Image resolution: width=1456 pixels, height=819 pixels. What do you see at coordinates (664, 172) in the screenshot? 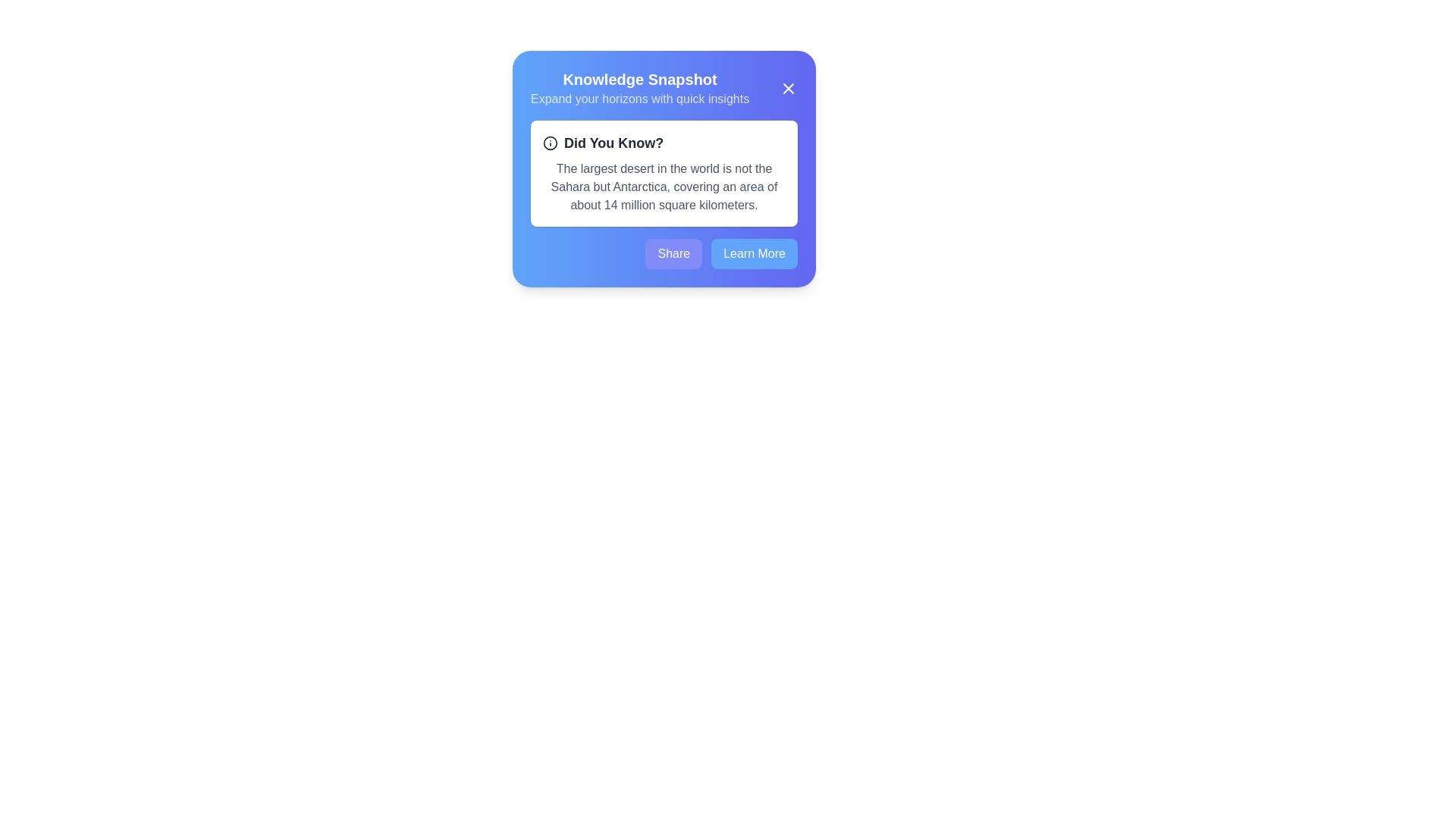
I see `information displayed in the light-colored rectangular Informational card with rounded corners that contains the text 'Did You Know?' and a fact about Antarctica` at bounding box center [664, 172].